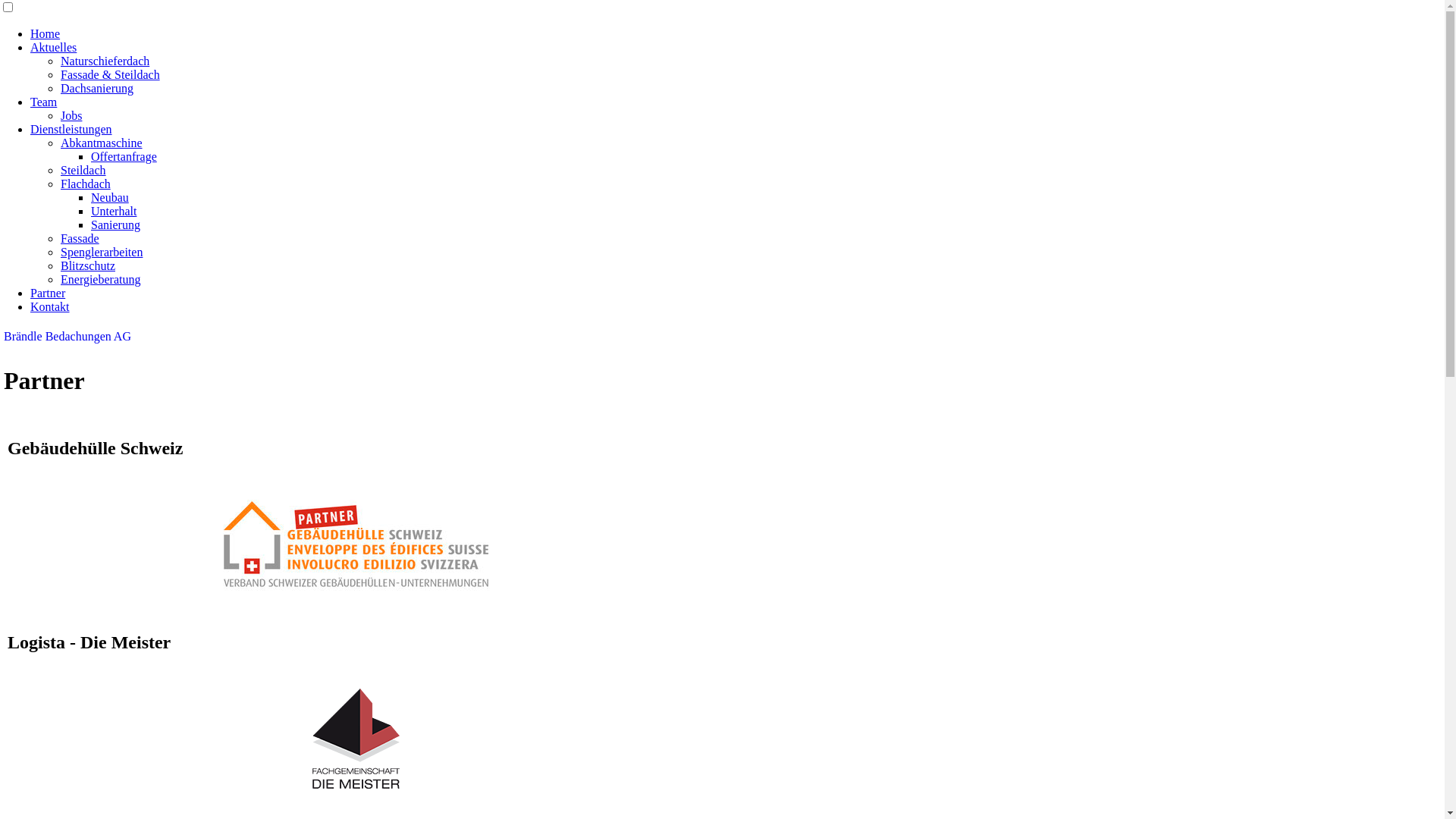  I want to click on 'Partner', so click(30, 293).